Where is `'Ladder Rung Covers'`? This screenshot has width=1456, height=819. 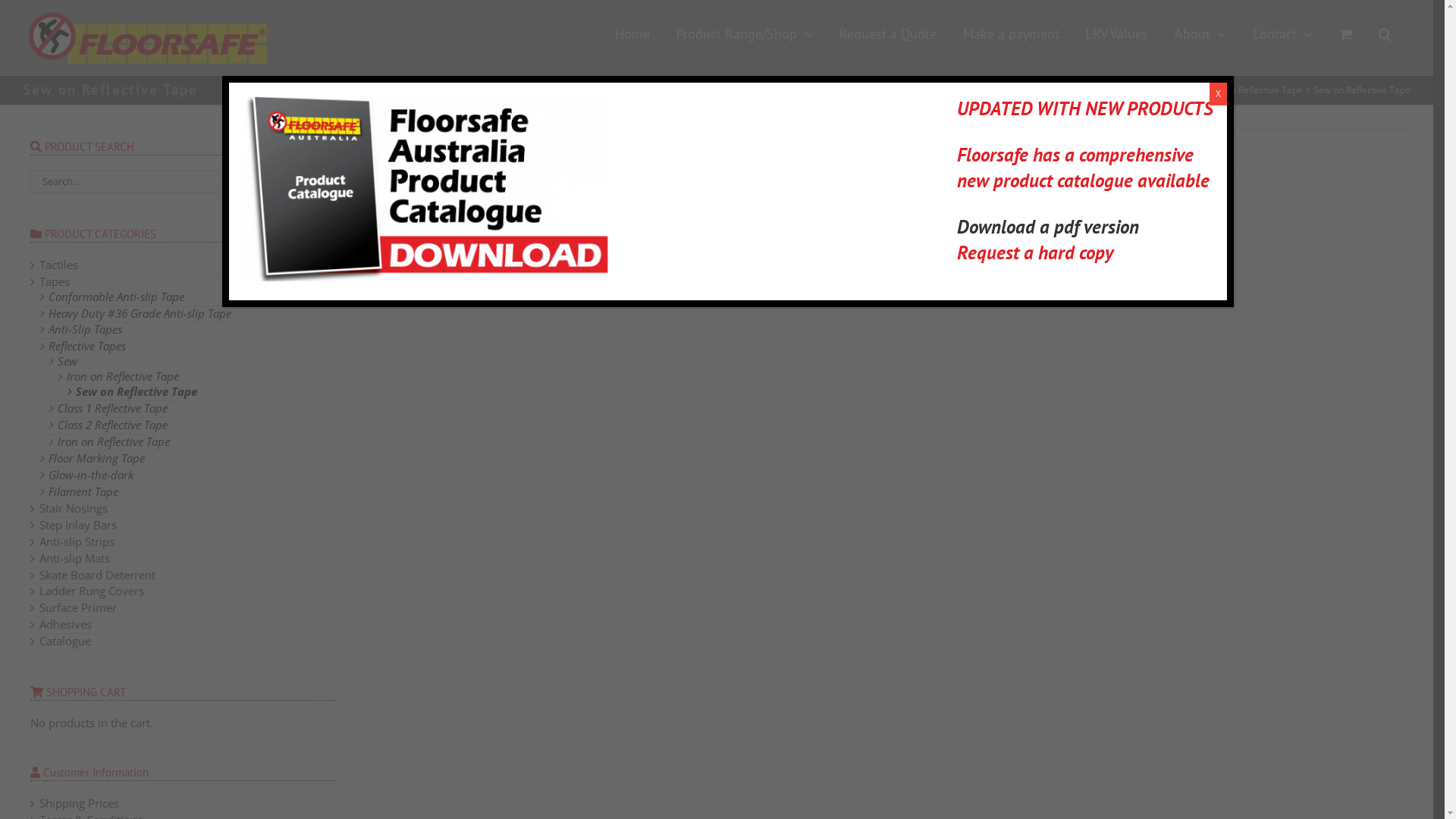 'Ladder Rung Covers' is located at coordinates (90, 590).